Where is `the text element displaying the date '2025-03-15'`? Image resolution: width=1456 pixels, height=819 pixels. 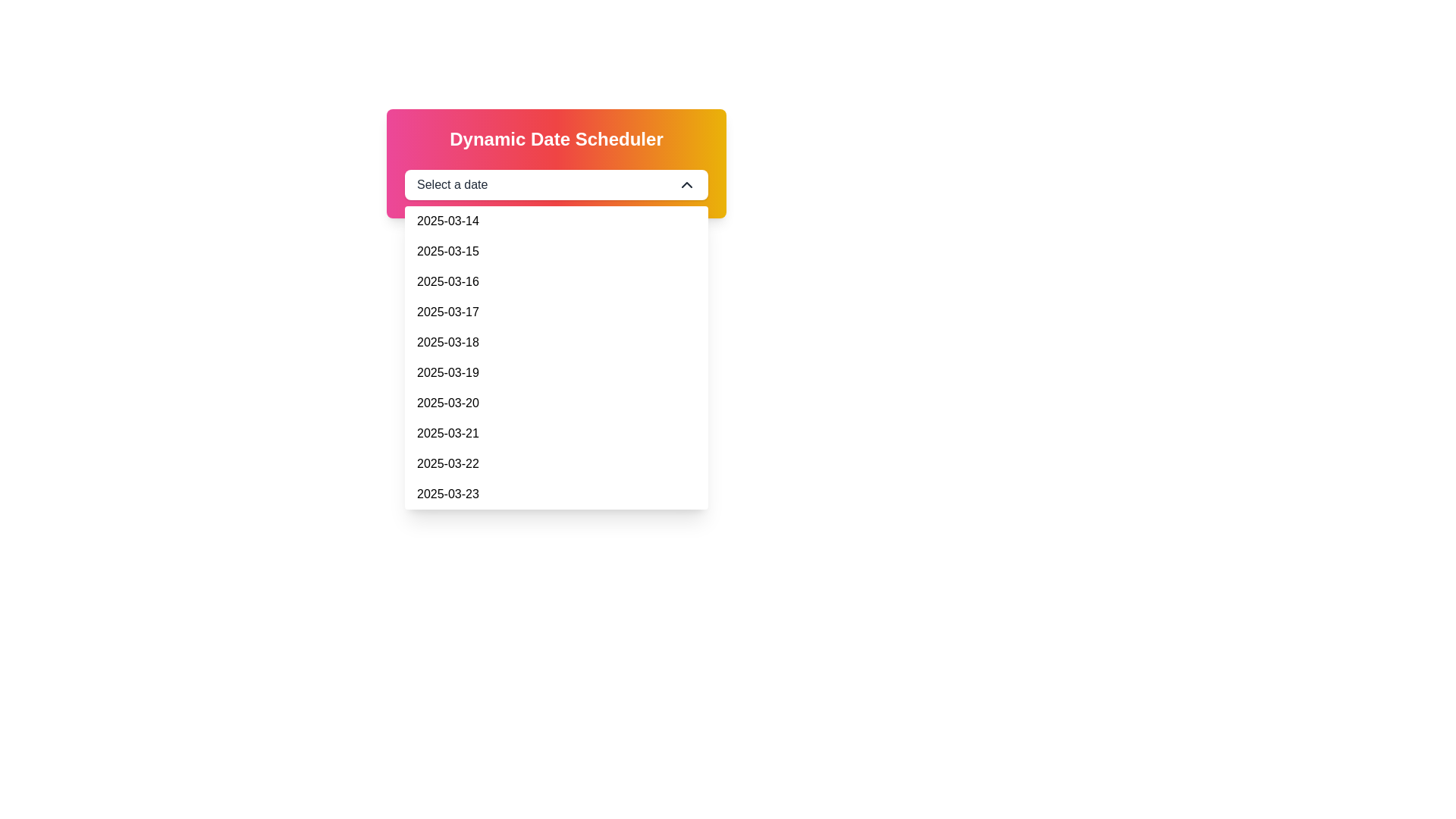 the text element displaying the date '2025-03-15' is located at coordinates (447, 250).